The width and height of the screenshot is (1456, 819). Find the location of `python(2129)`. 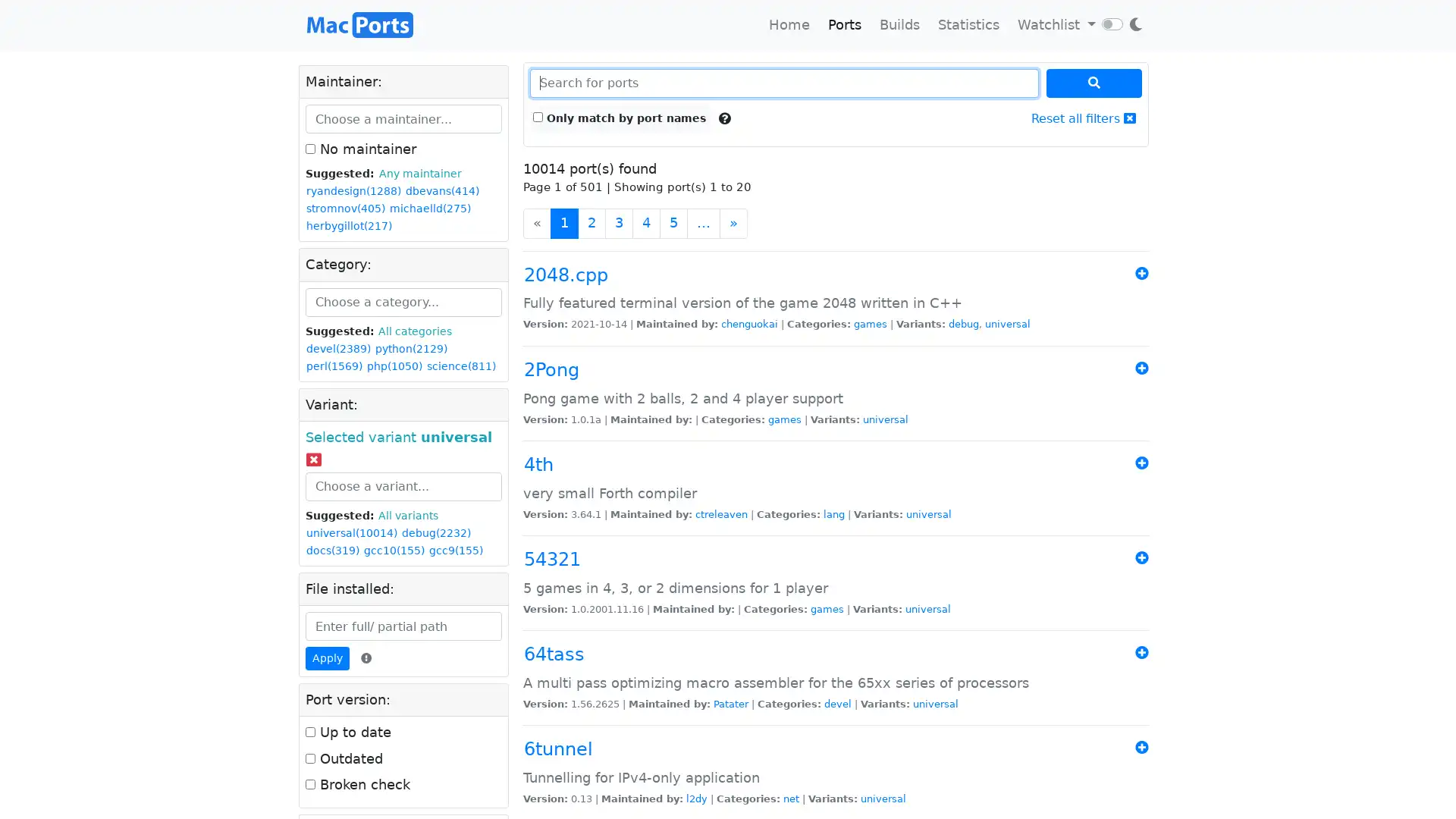

python(2129) is located at coordinates (411, 348).